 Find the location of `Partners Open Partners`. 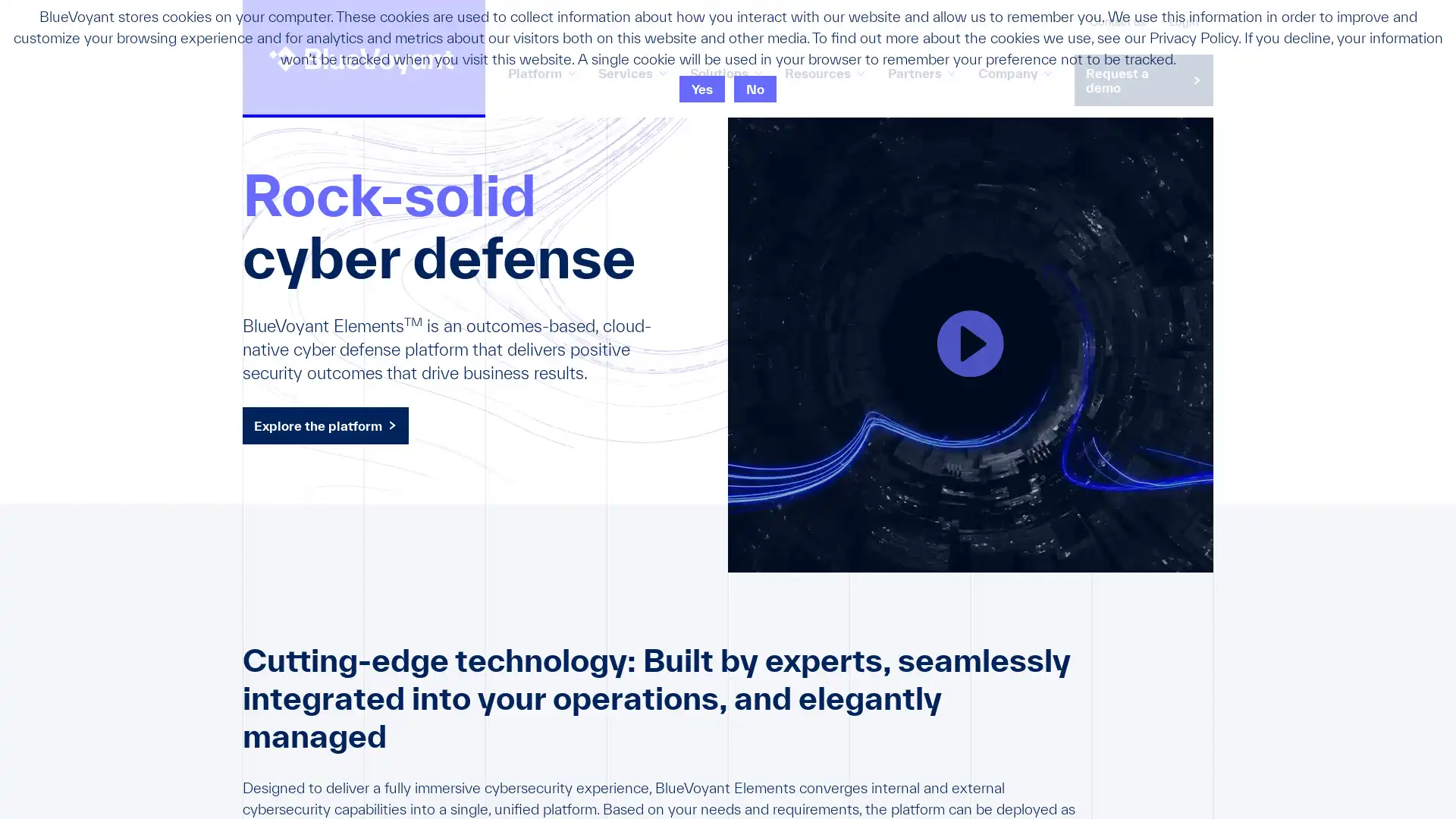

Partners Open Partners is located at coordinates (920, 72).